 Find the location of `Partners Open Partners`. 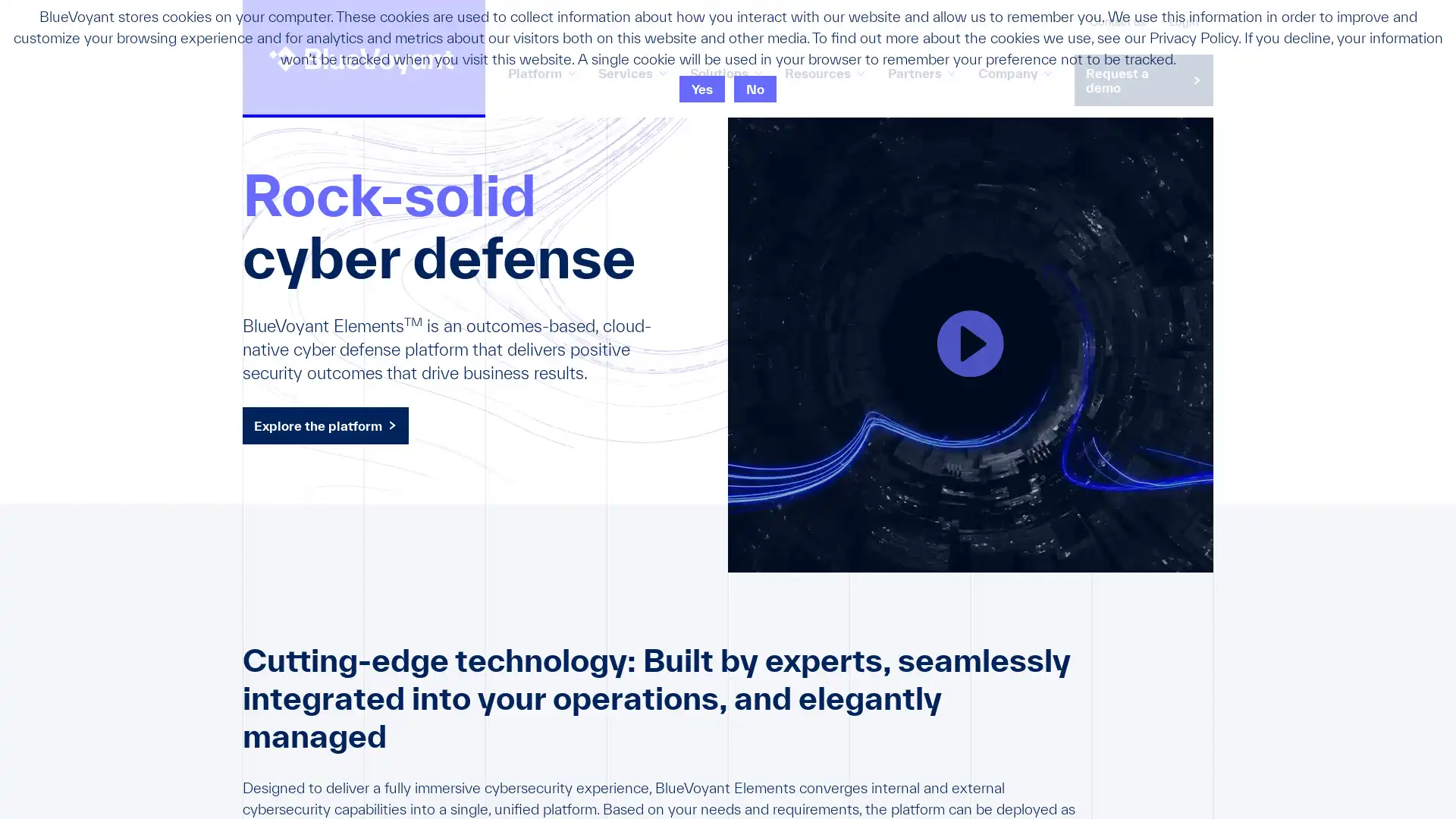

Partners Open Partners is located at coordinates (920, 72).